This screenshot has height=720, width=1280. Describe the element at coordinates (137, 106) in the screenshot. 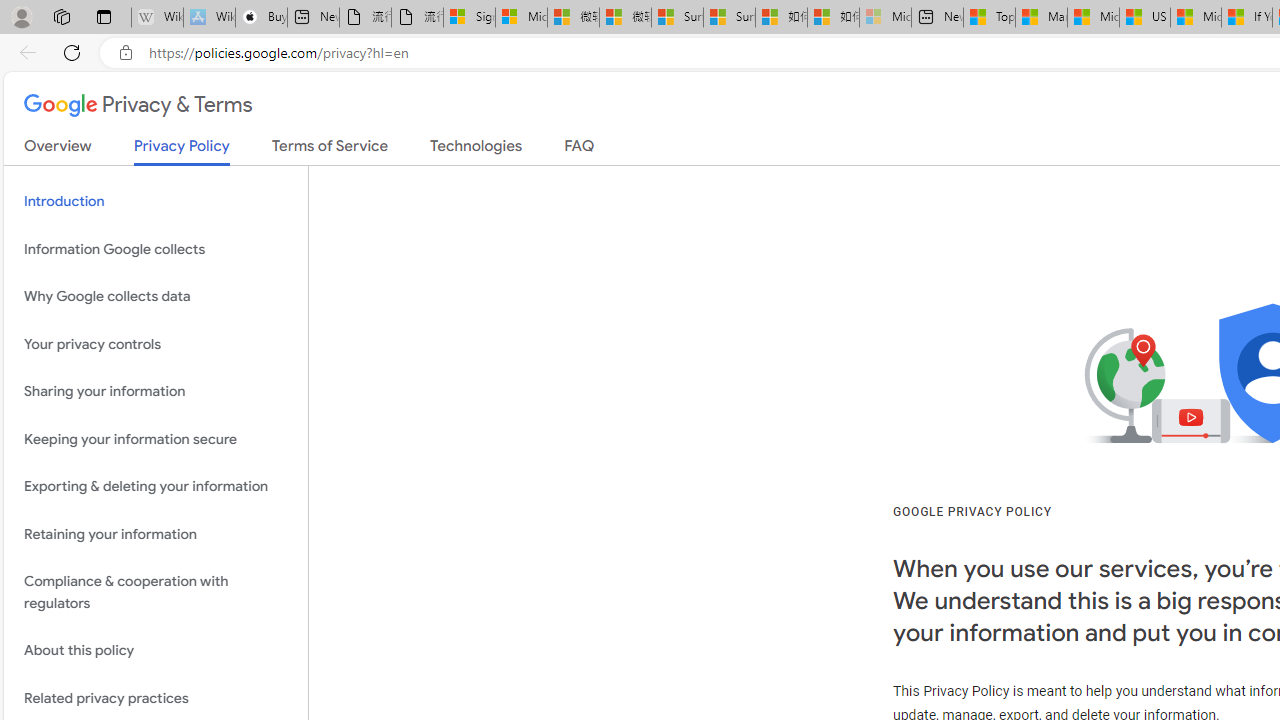

I see `'Privacy & Terms'` at that location.